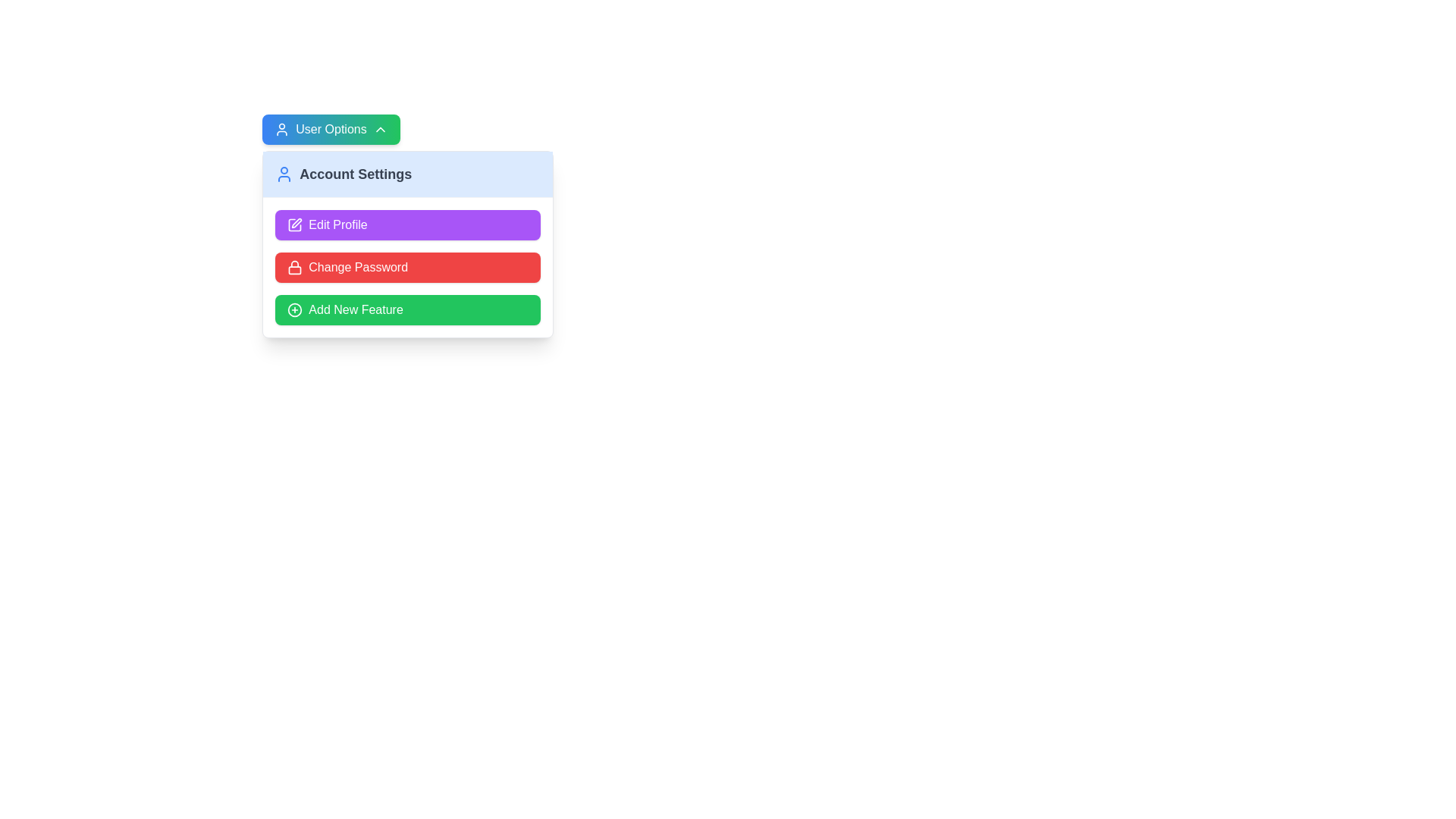  I want to click on the lock icon within the 'Change Password' button located in the 'Account Settings' section, which visually indicates an account security action, so click(295, 267).